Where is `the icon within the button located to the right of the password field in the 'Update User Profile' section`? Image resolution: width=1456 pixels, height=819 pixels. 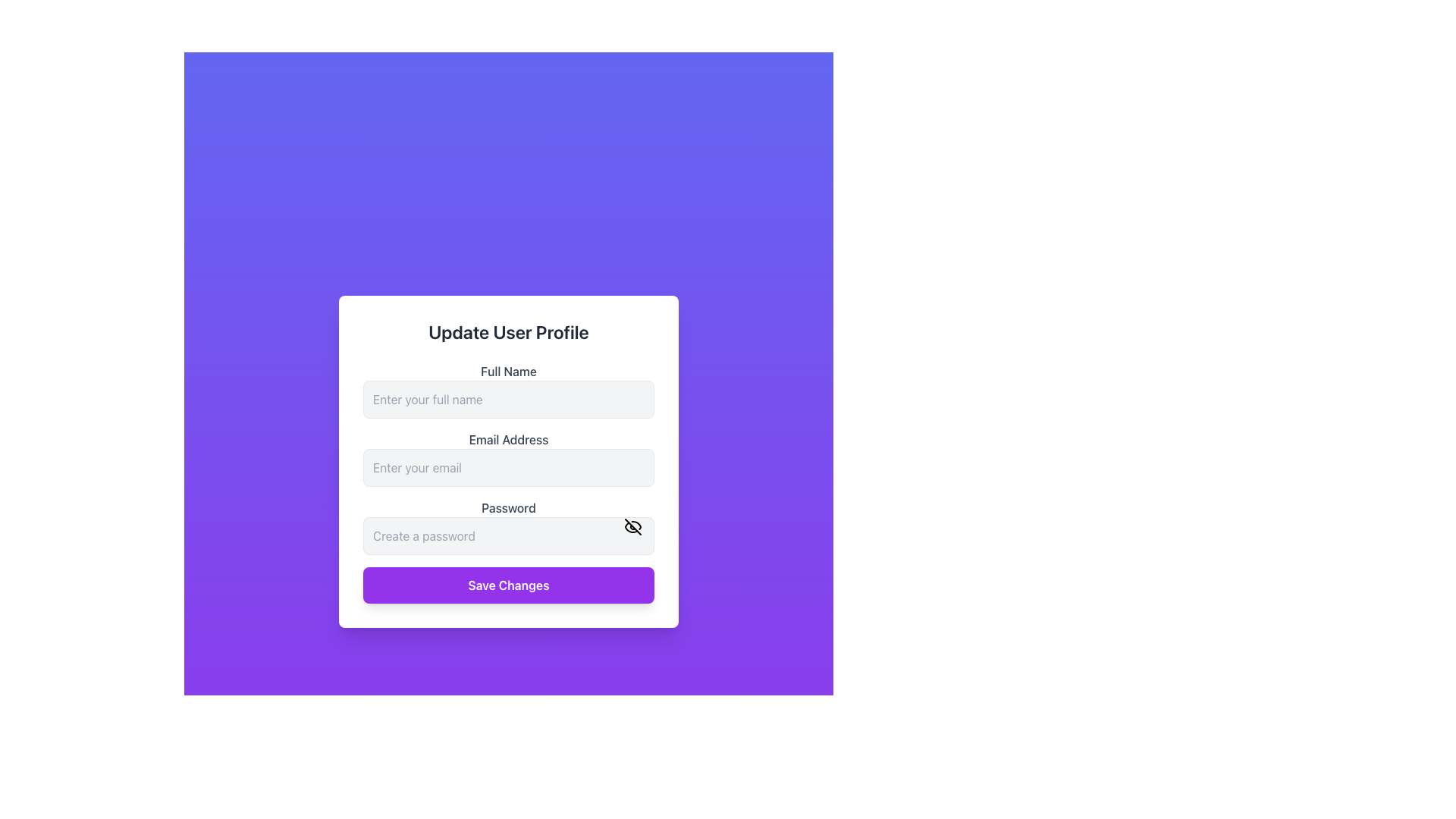 the icon within the button located to the right of the password field in the 'Update User Profile' section is located at coordinates (633, 526).